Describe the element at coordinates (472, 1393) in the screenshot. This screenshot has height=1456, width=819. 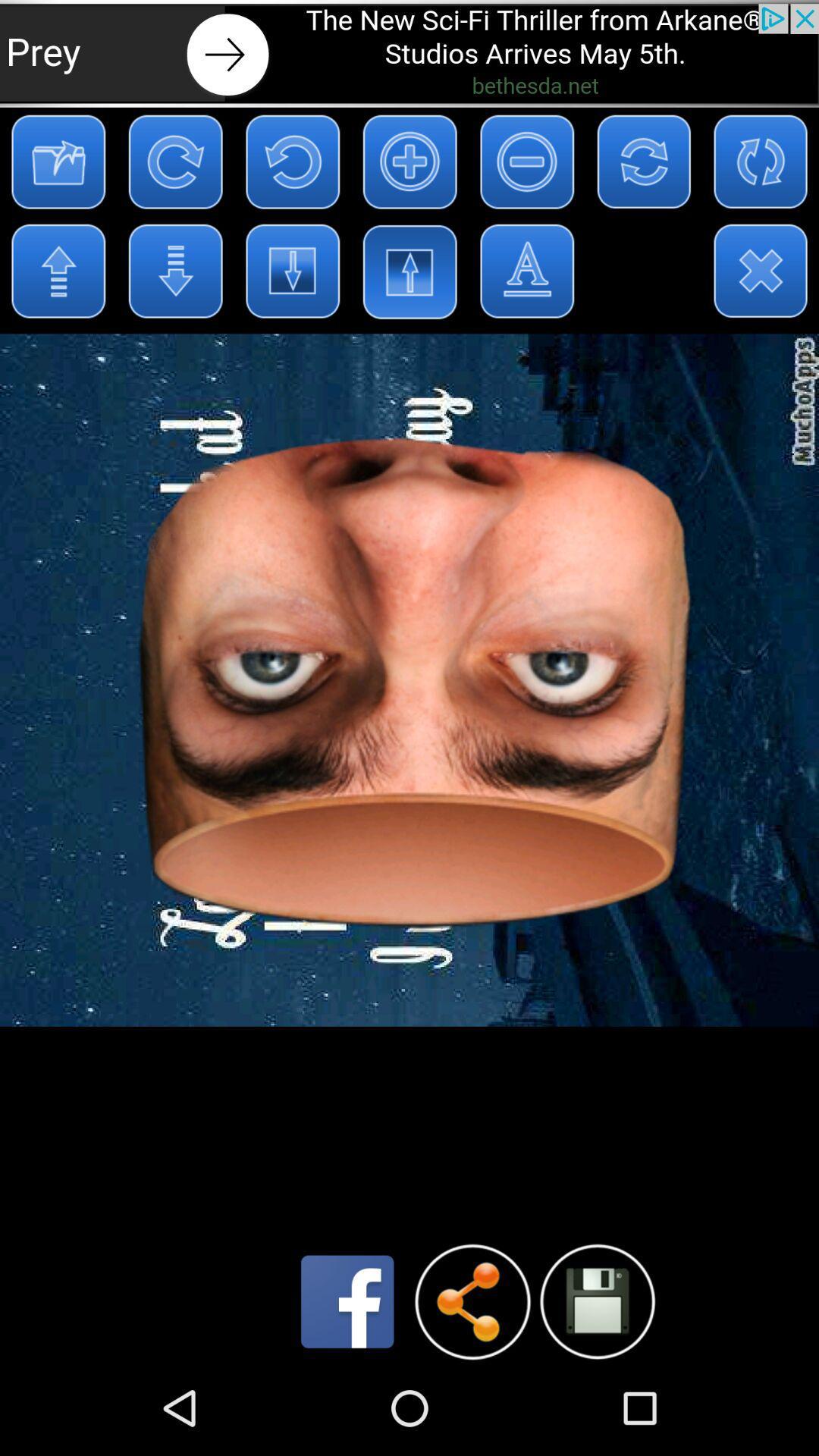
I see `the share icon` at that location.